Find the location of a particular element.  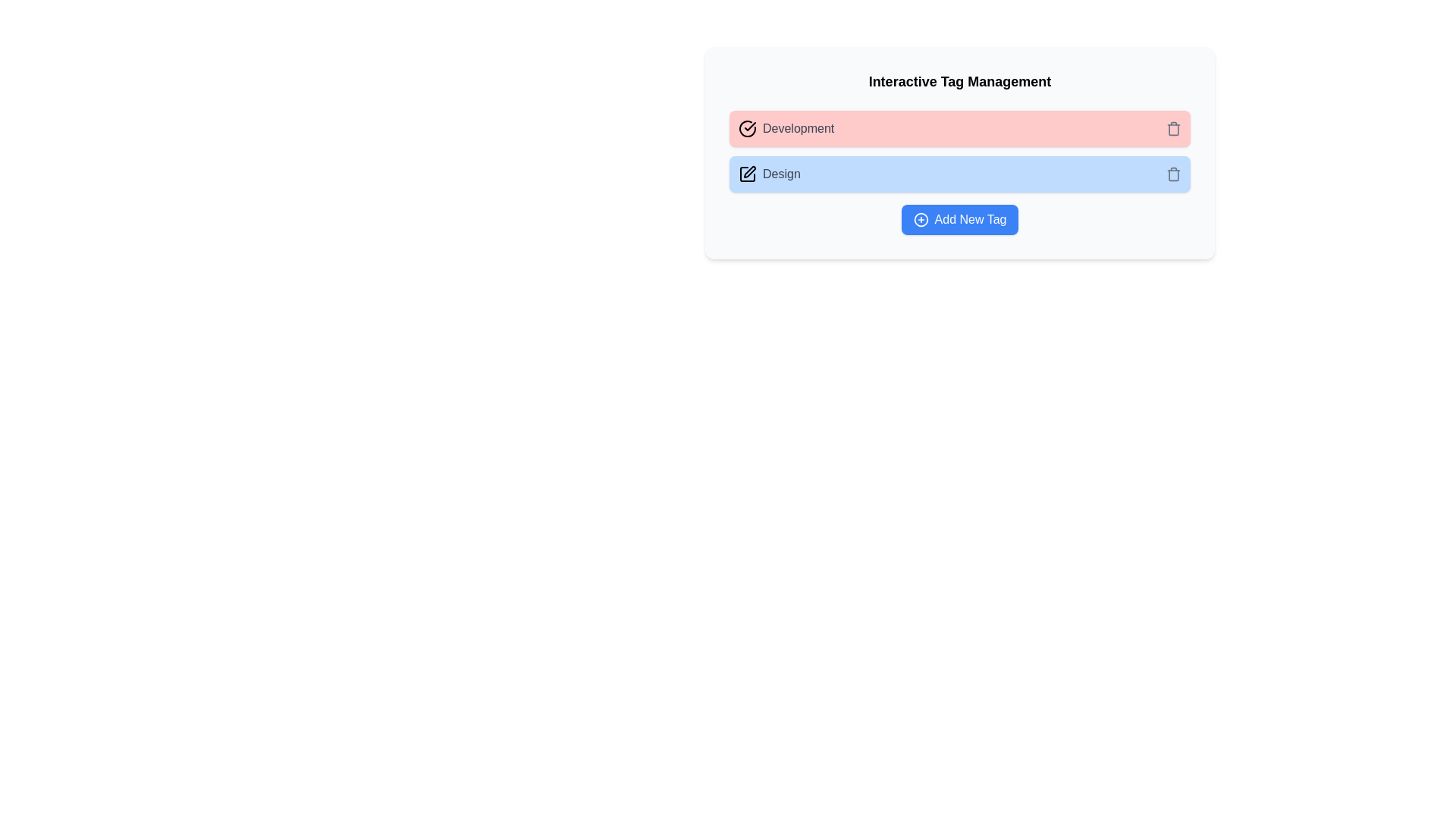

the leftmost icon within the 'Design' tag section, which represents editing functionality and is located in the blue background area at the top of the interface is located at coordinates (747, 174).